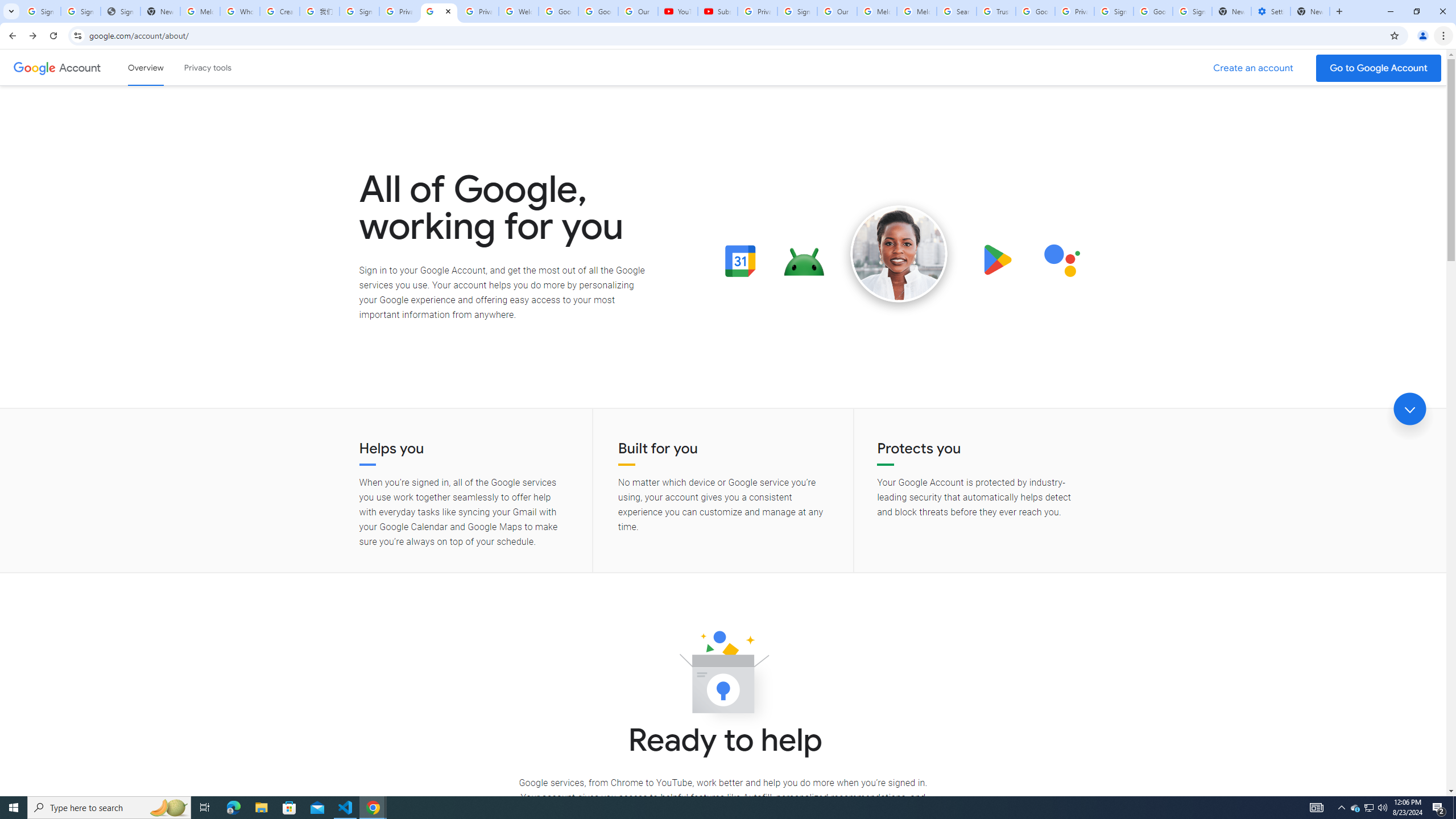 The image size is (1456, 819). What do you see at coordinates (279, 11) in the screenshot?
I see `'Create your Google Account'` at bounding box center [279, 11].